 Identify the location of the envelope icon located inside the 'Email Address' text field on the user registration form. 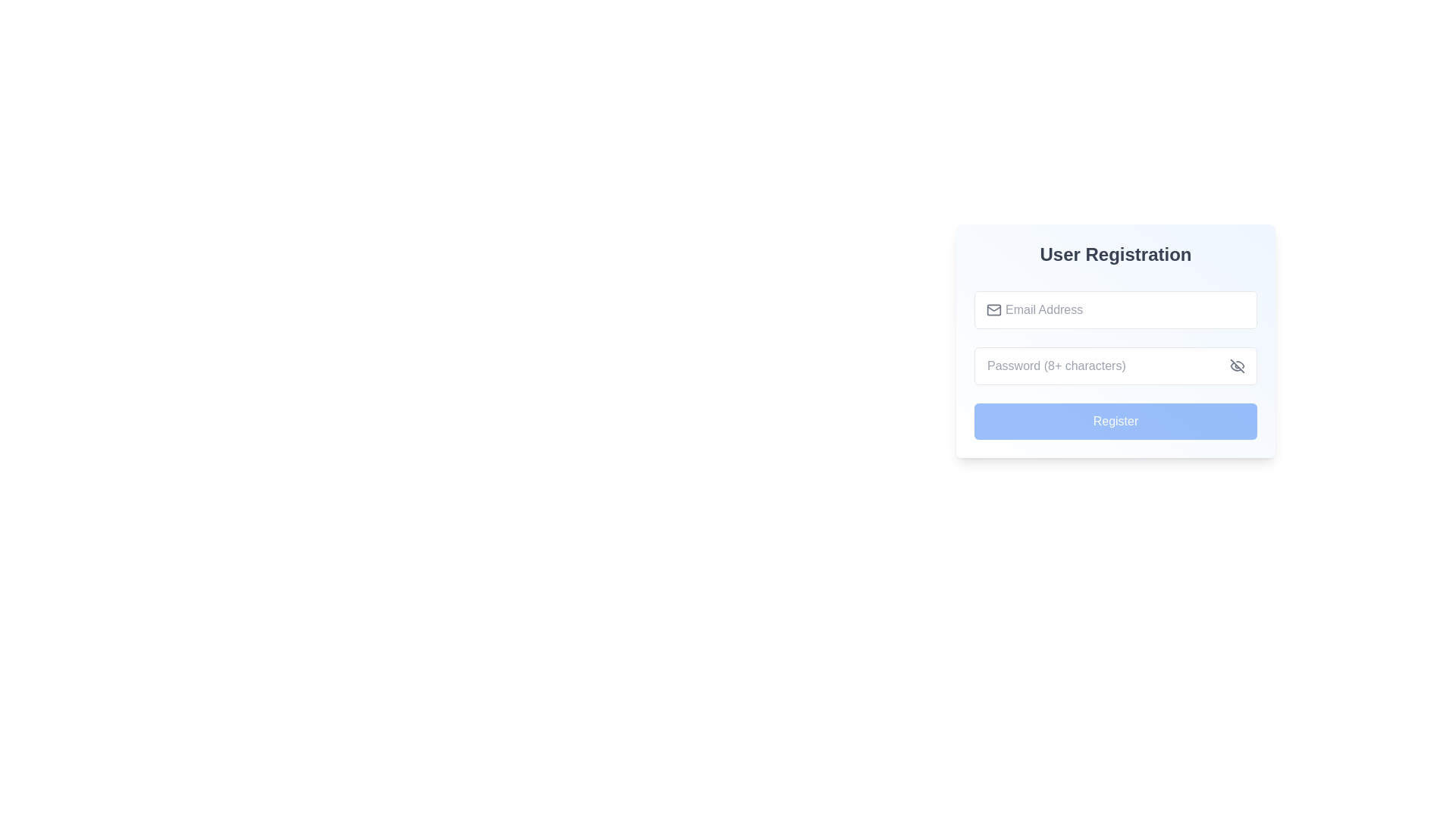
(993, 309).